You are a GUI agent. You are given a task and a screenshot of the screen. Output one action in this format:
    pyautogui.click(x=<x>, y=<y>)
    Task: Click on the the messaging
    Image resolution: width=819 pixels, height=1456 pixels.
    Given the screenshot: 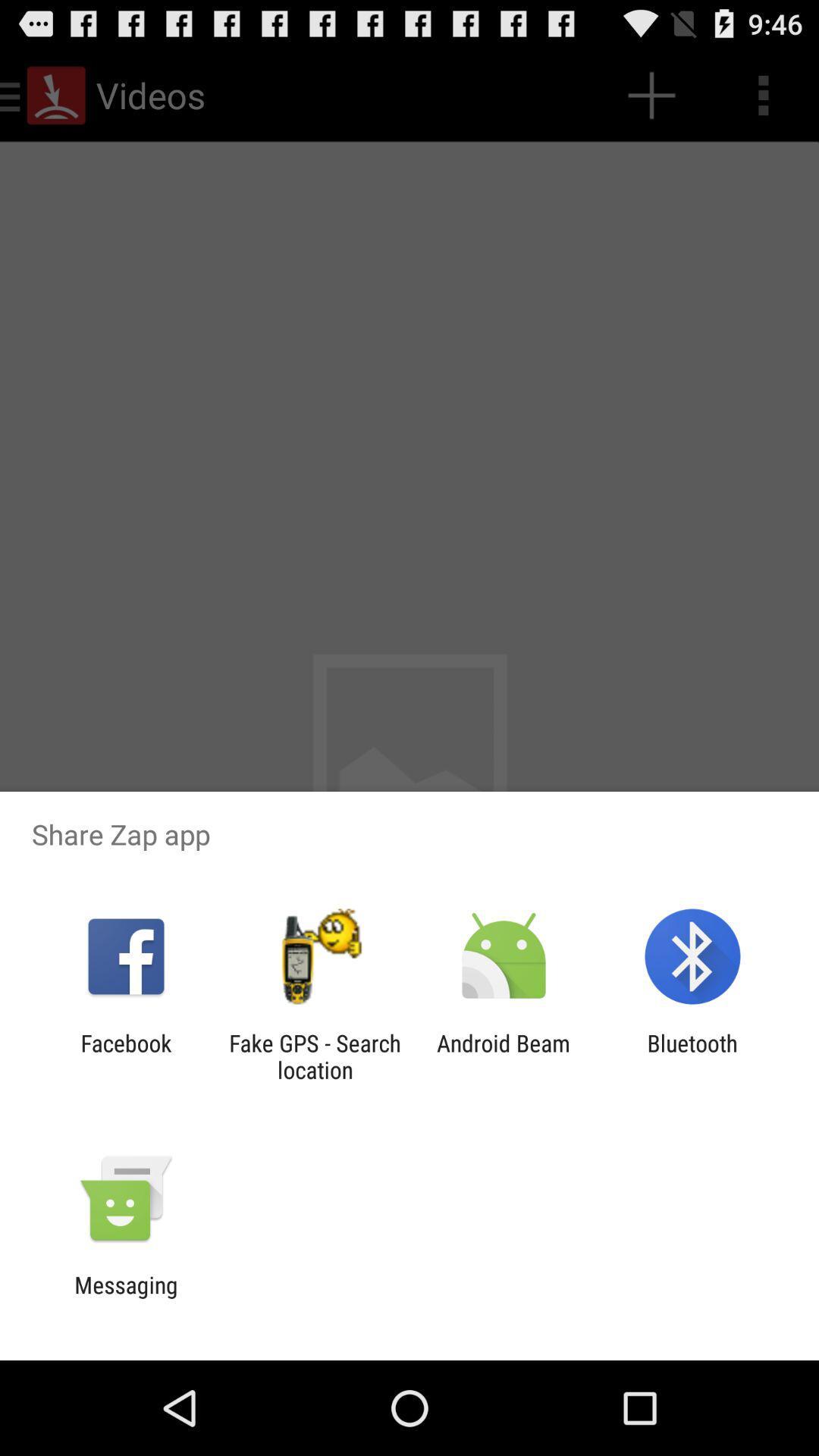 What is the action you would take?
    pyautogui.click(x=125, y=1298)
    